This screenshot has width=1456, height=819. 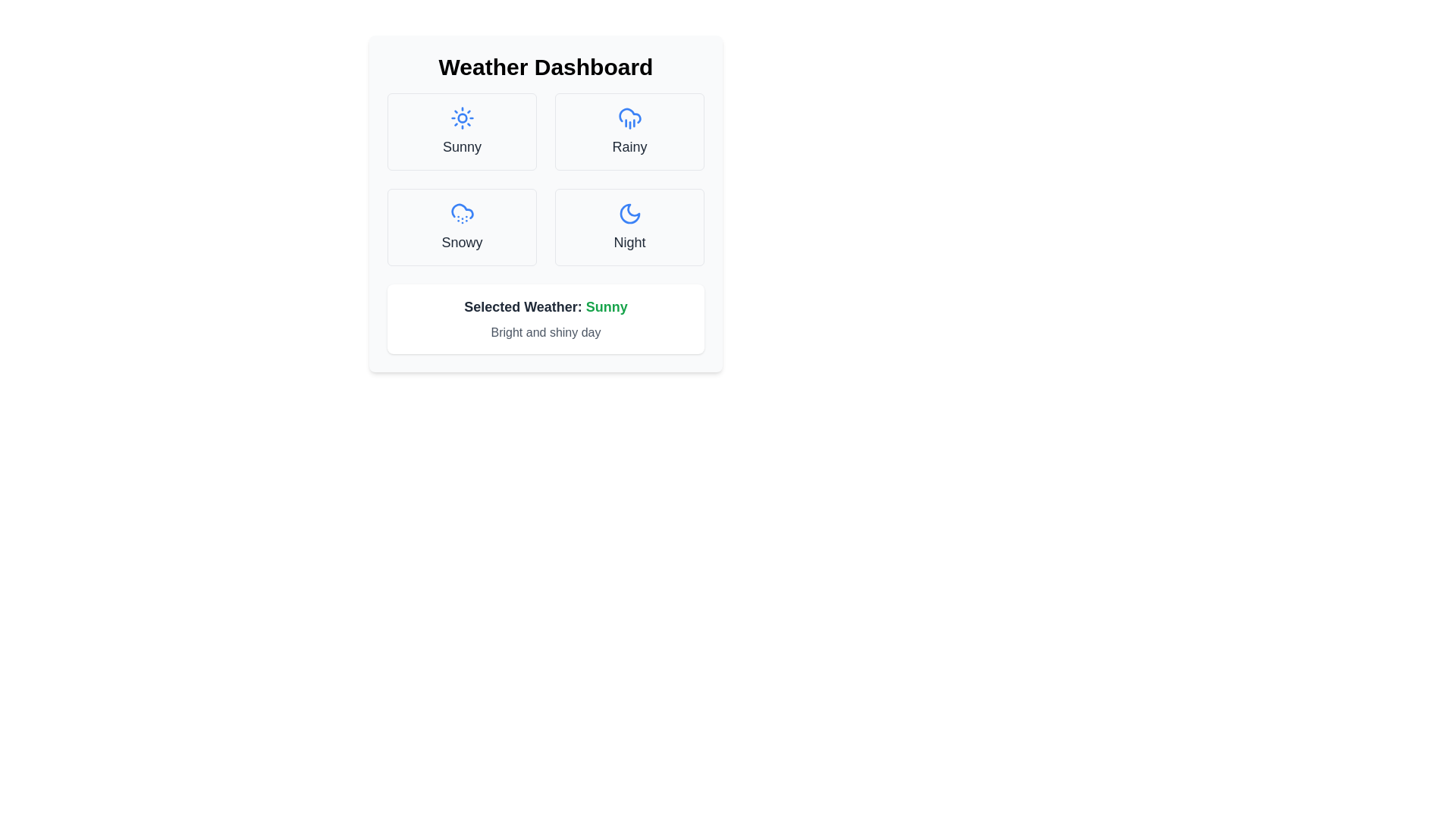 I want to click on the 'Night' weather condition button, which features a moon icon above the text 'Night', located in the fourth position of a 2x2 grid in the Weather Dashboard, so click(x=629, y=227).